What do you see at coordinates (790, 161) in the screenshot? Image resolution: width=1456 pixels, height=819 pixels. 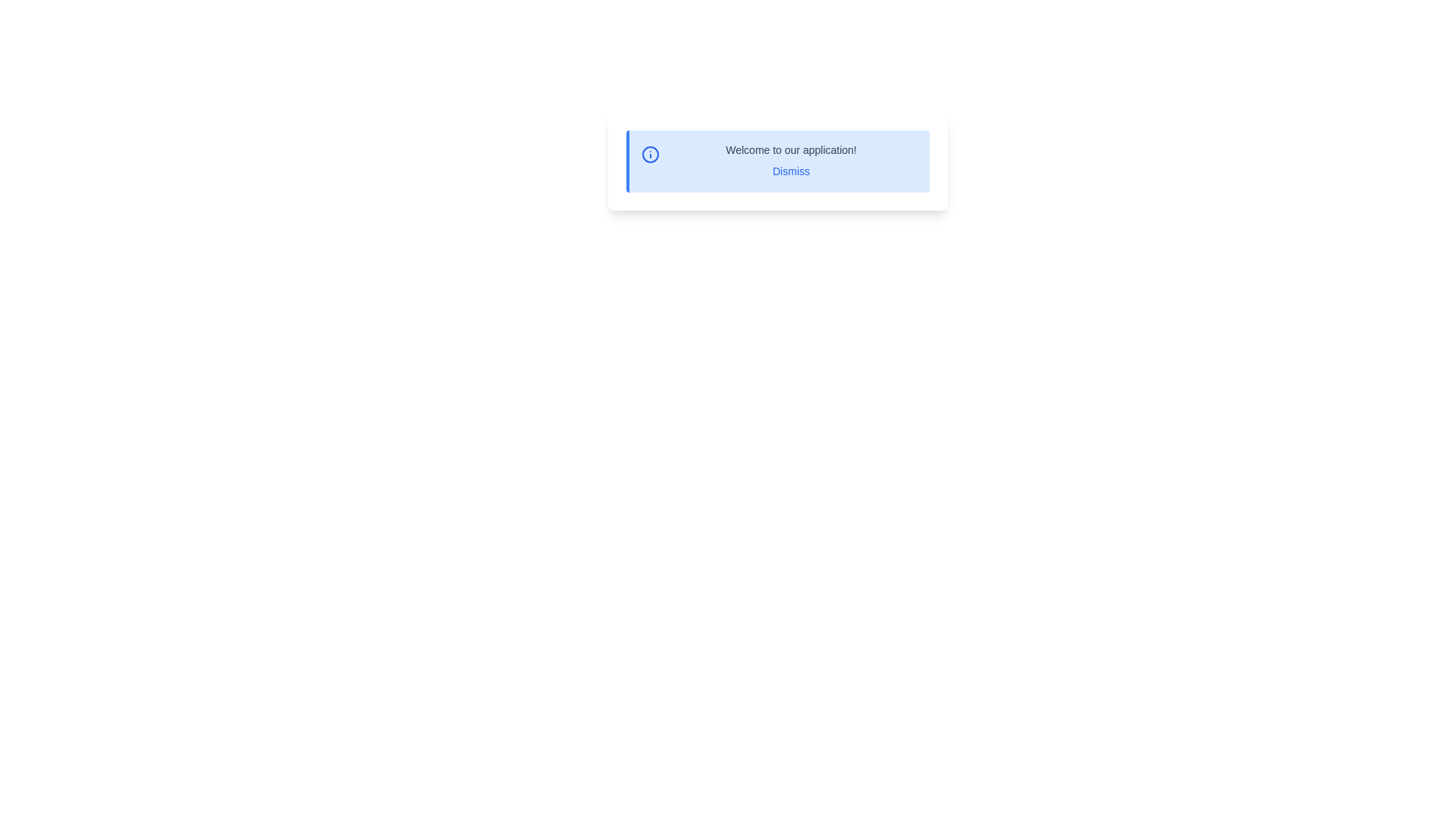 I see `the 'Dismiss' text located in the central-right section of the notification box` at bounding box center [790, 161].